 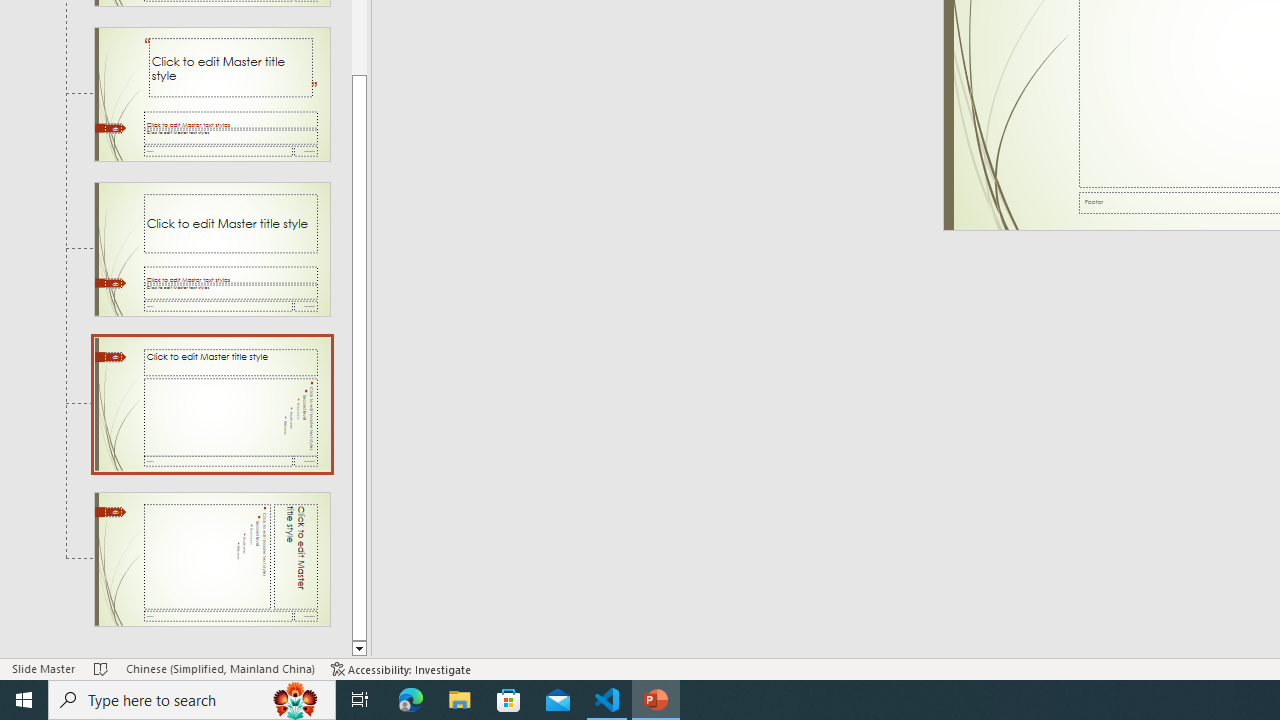 What do you see at coordinates (212, 404) in the screenshot?
I see `'Slide Title and Vertical Text Layout: used by no slides'` at bounding box center [212, 404].